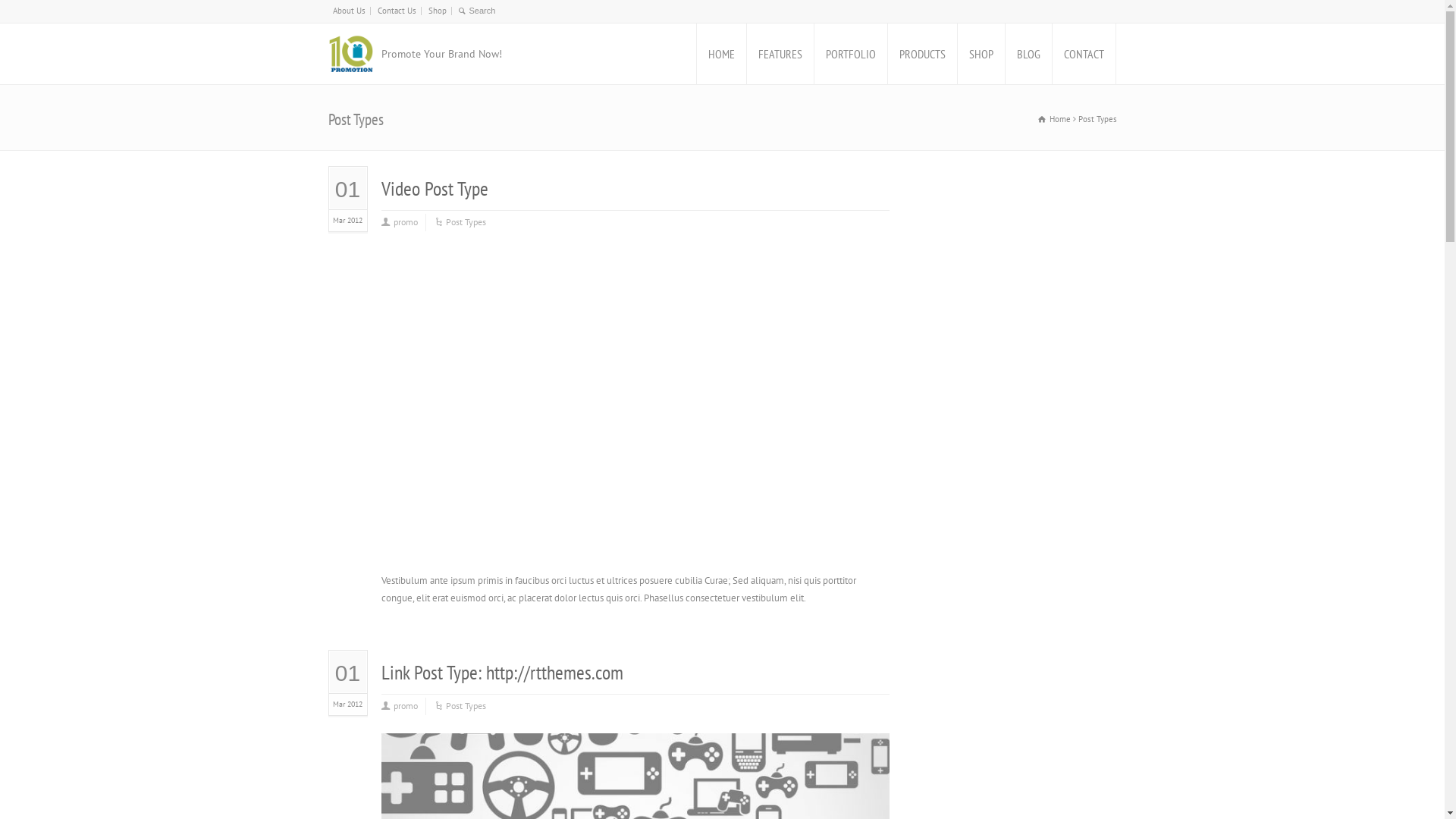 The width and height of the screenshot is (1456, 819). I want to click on 'Home', so click(1037, 118).